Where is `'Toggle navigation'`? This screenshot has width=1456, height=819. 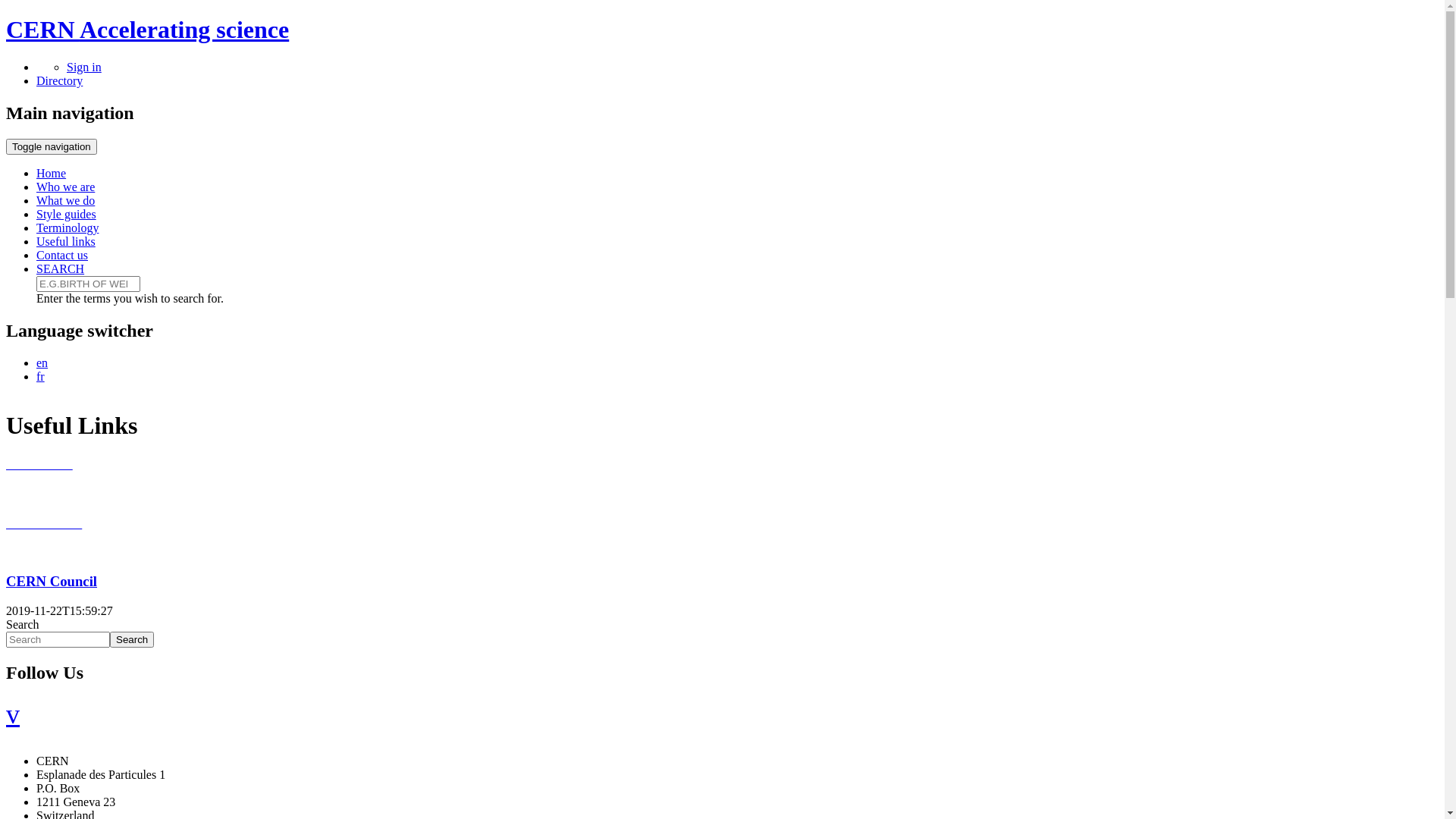
'Toggle navigation' is located at coordinates (6, 146).